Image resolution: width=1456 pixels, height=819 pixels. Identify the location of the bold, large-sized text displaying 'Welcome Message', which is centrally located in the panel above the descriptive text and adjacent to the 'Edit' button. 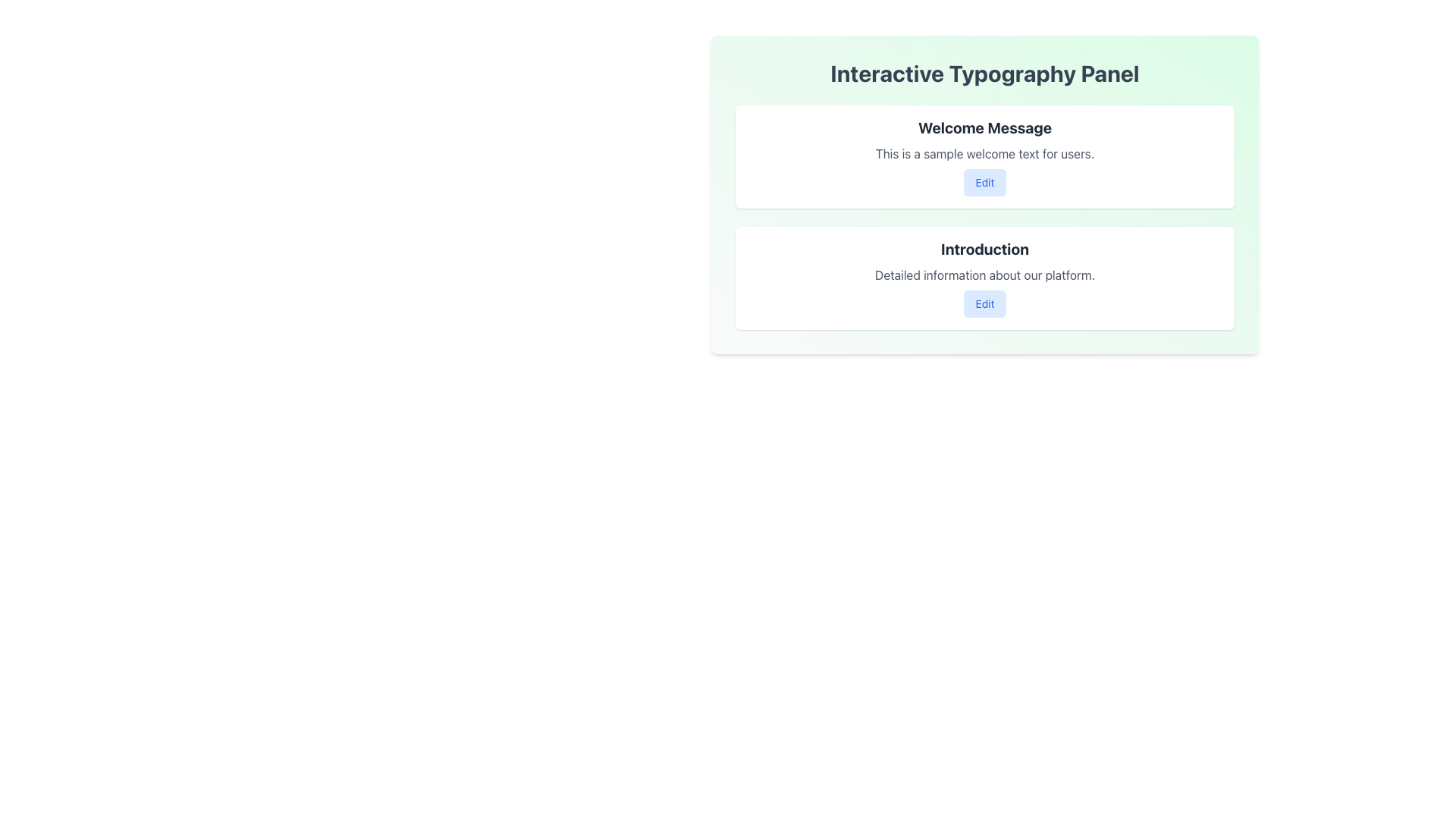
(985, 127).